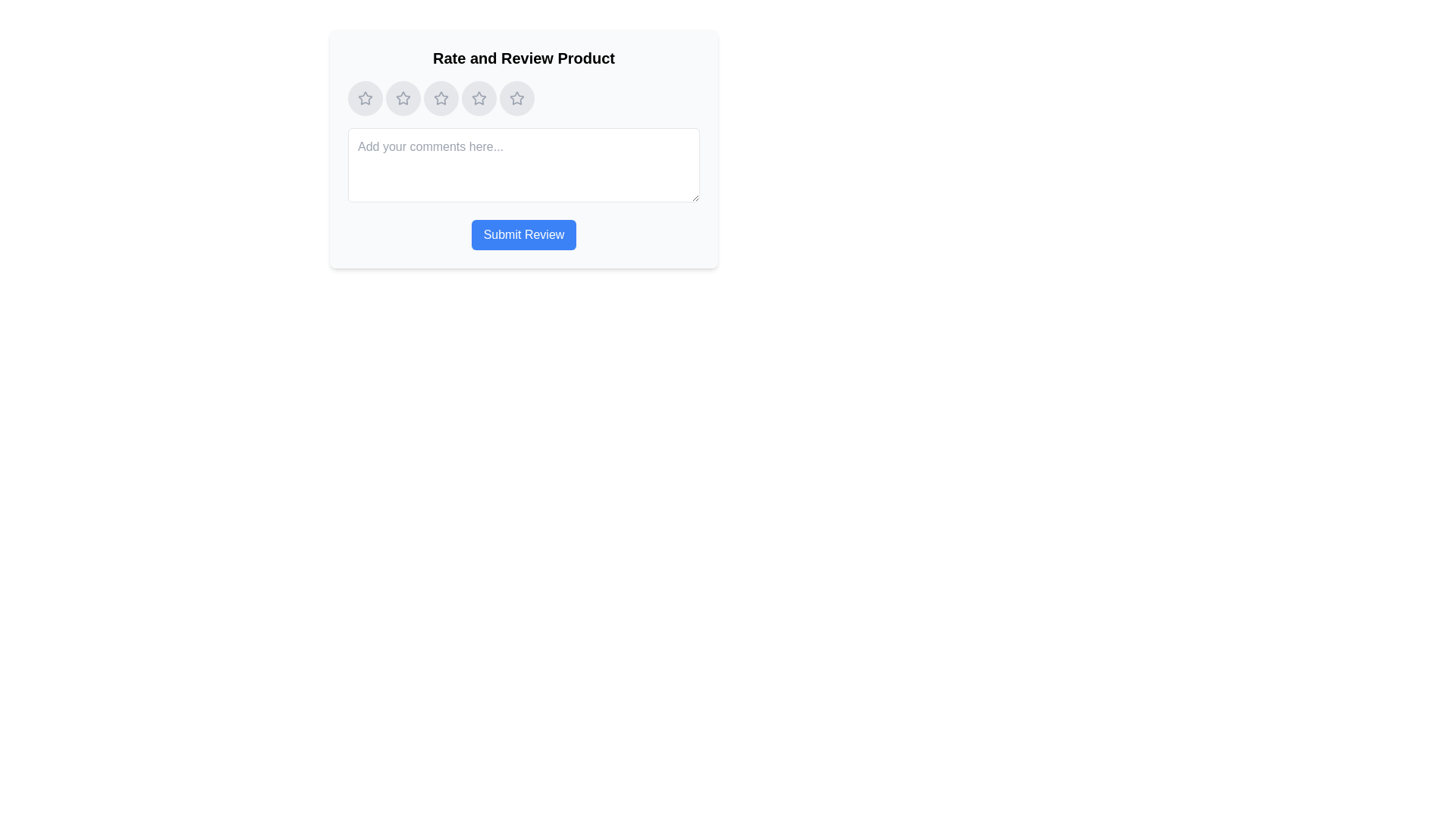  Describe the element at coordinates (524, 234) in the screenshot. I see `the 'Submit Review' button with a vibrant blue background and white text` at that location.